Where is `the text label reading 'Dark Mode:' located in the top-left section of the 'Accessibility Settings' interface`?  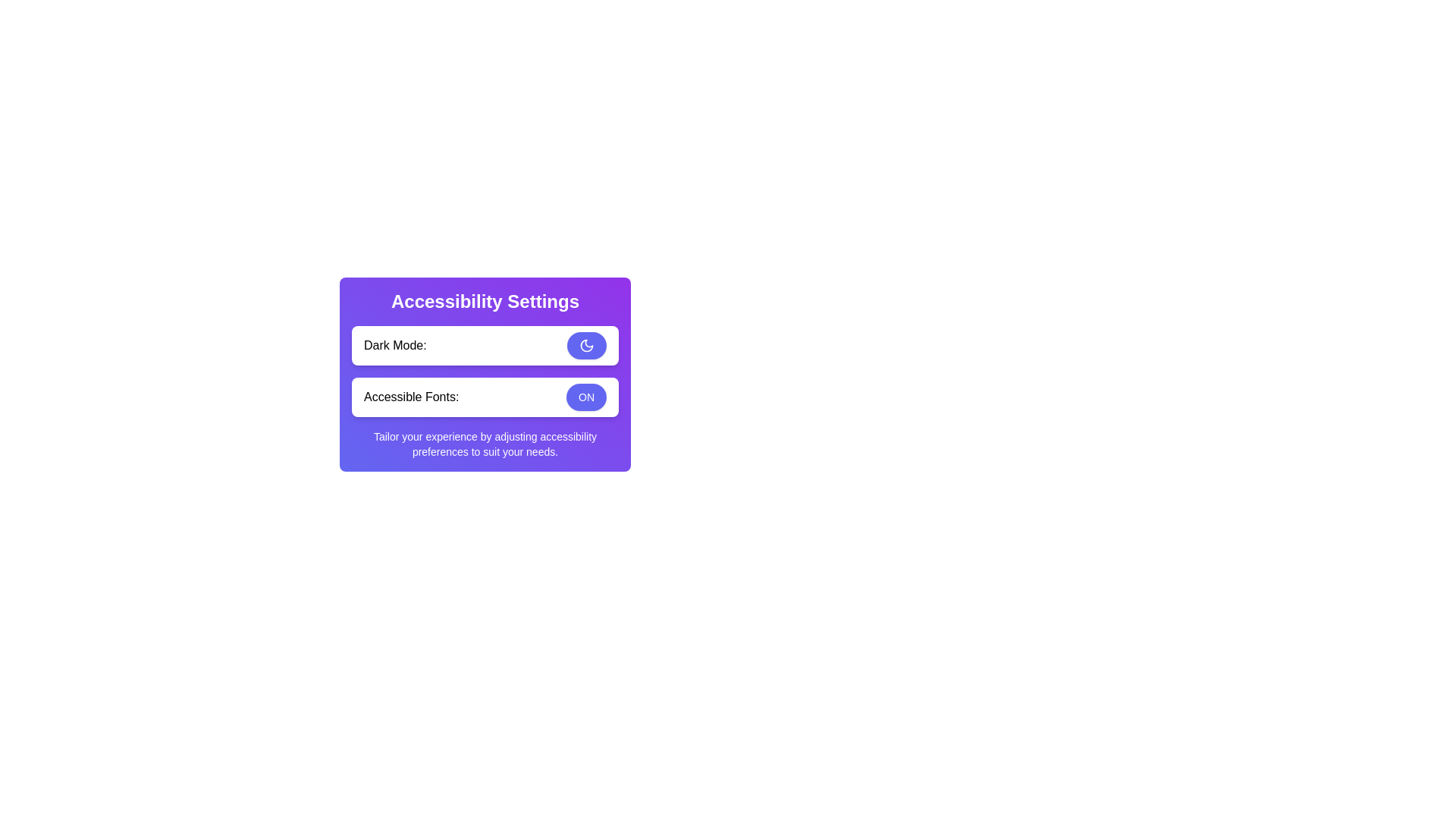 the text label reading 'Dark Mode:' located in the top-left section of the 'Accessibility Settings' interface is located at coordinates (395, 345).